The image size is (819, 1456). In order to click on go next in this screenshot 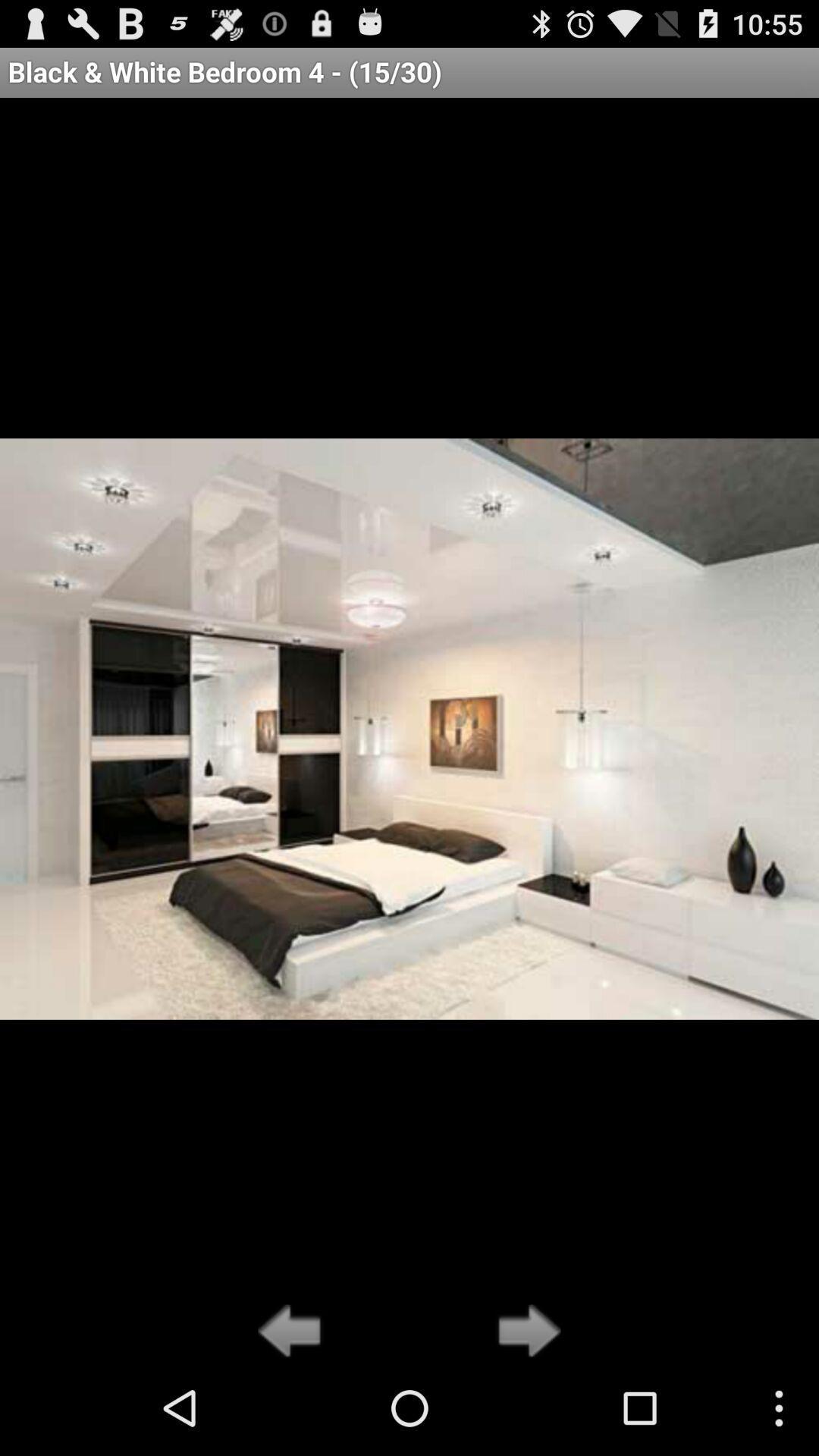, I will do `click(524, 1332)`.